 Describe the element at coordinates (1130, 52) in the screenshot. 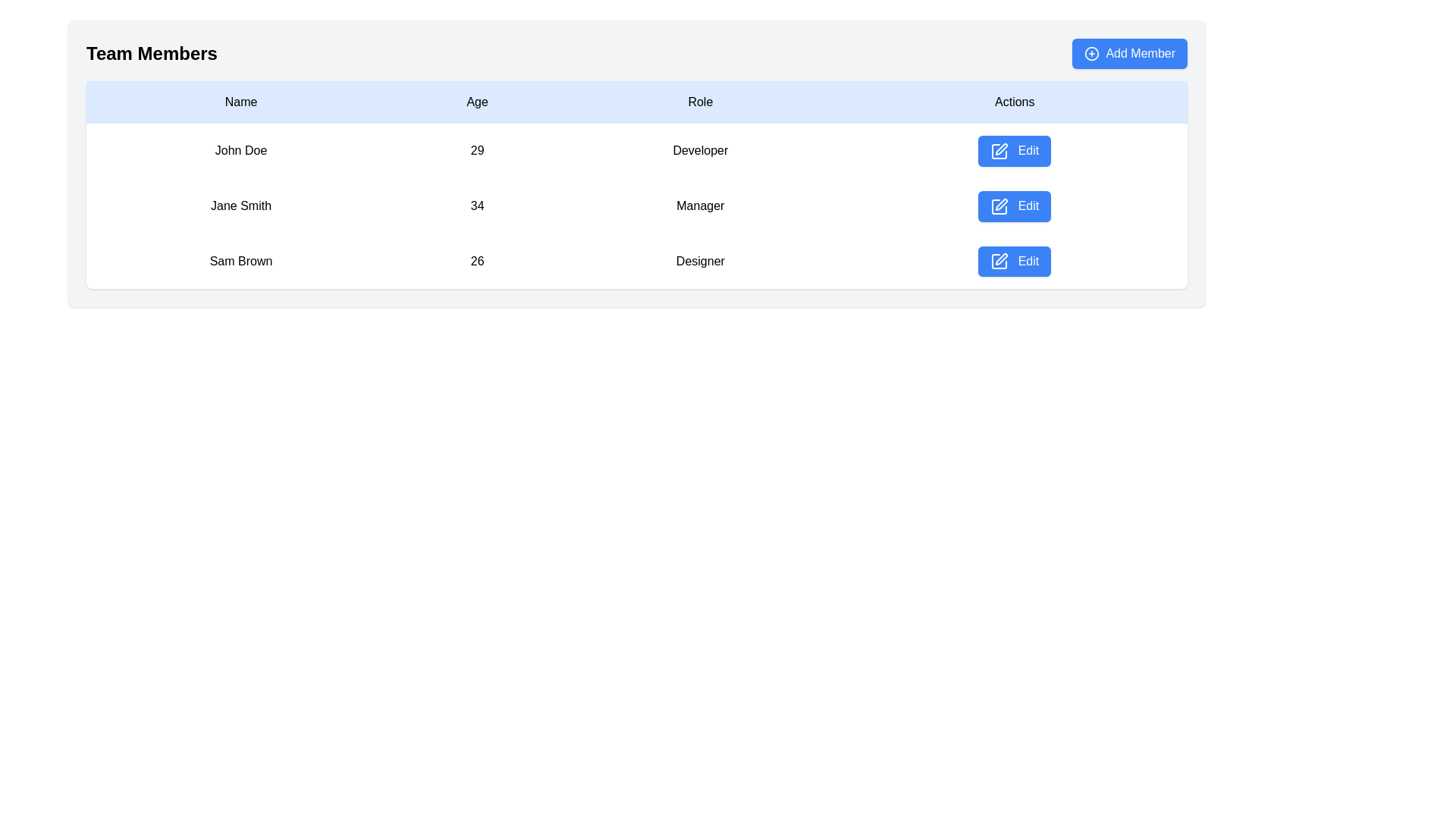

I see `the 'Add New Member' button located at the top-right corner of the 'Team Members' section` at that location.